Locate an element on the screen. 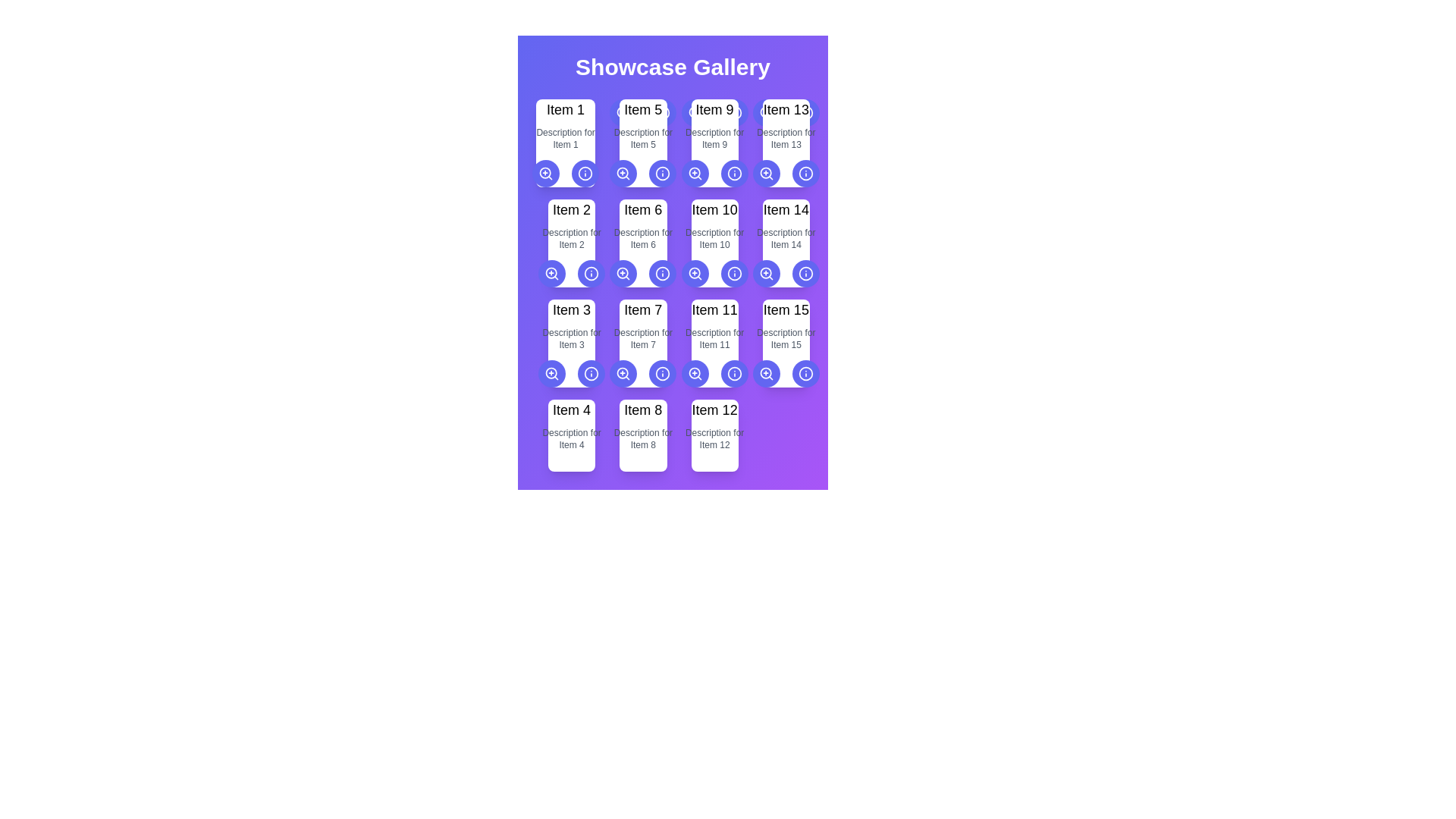 The width and height of the screenshot is (1456, 819). the circular Icon component in the fourth row and third column of the grid layout beneath the card labeled 'Item 9' is located at coordinates (663, 172).